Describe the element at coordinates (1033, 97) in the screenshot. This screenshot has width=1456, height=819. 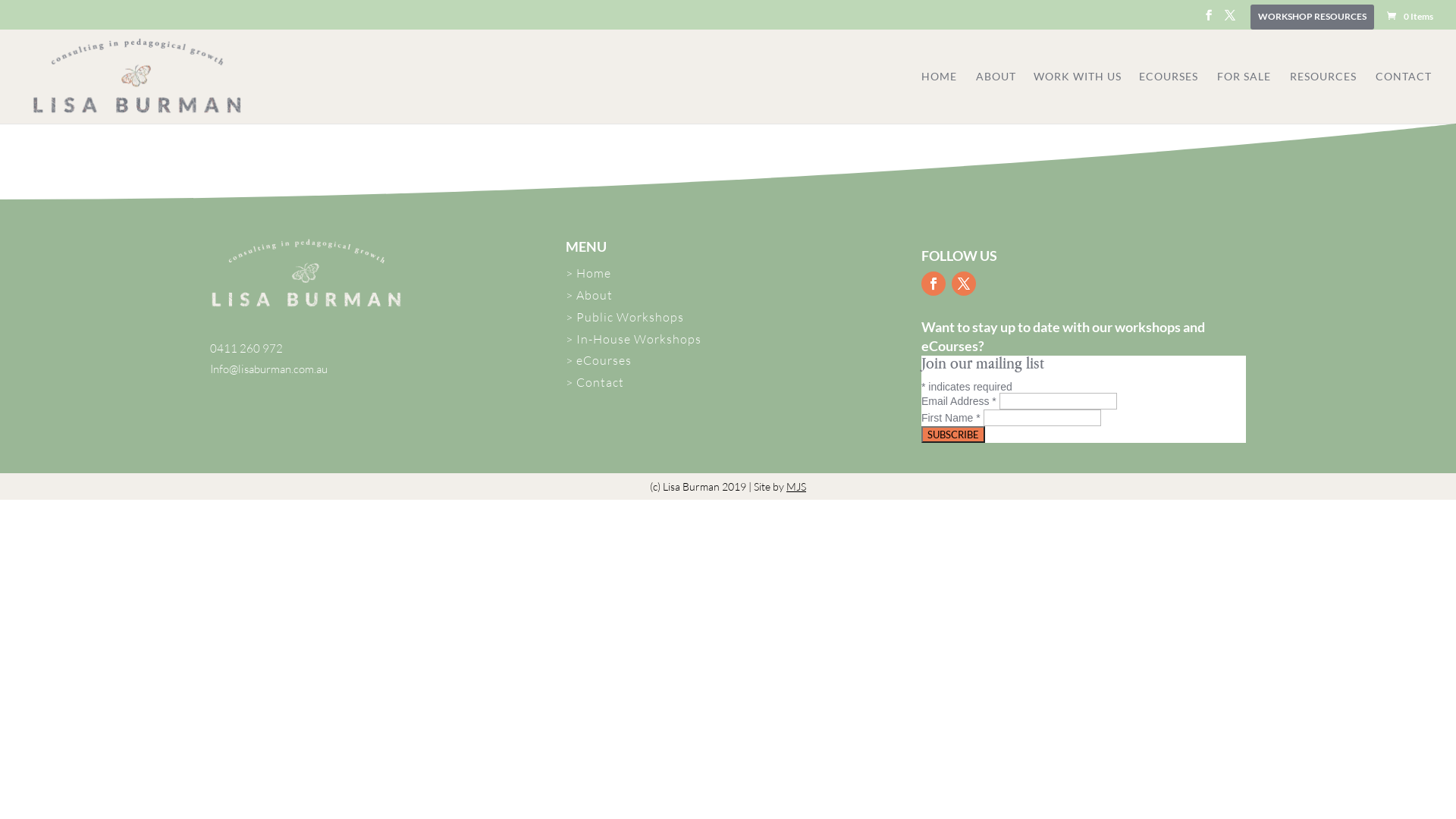
I see `'WORK WITH US'` at that location.